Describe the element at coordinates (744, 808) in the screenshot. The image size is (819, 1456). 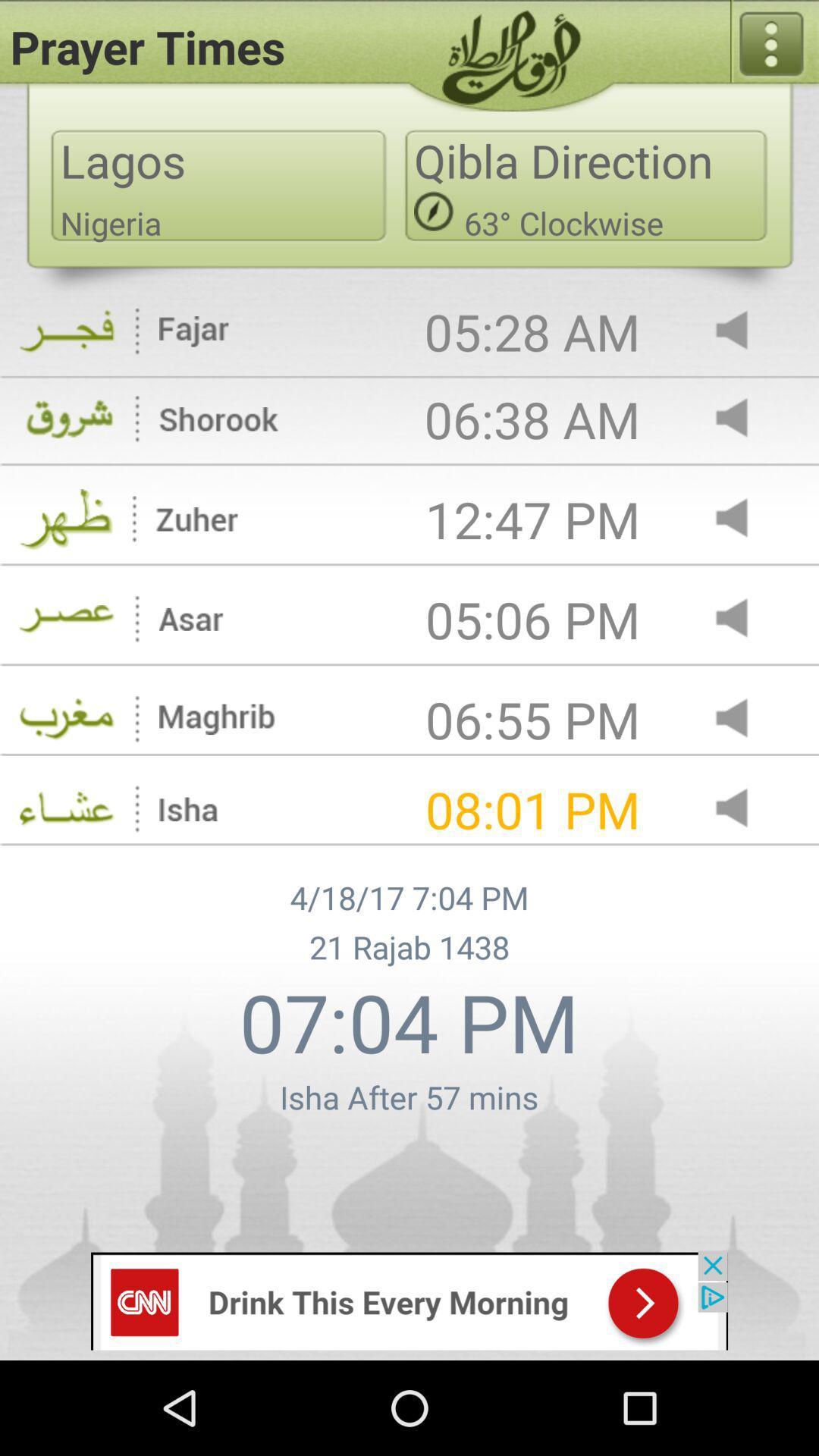
I see `isha prayer` at that location.